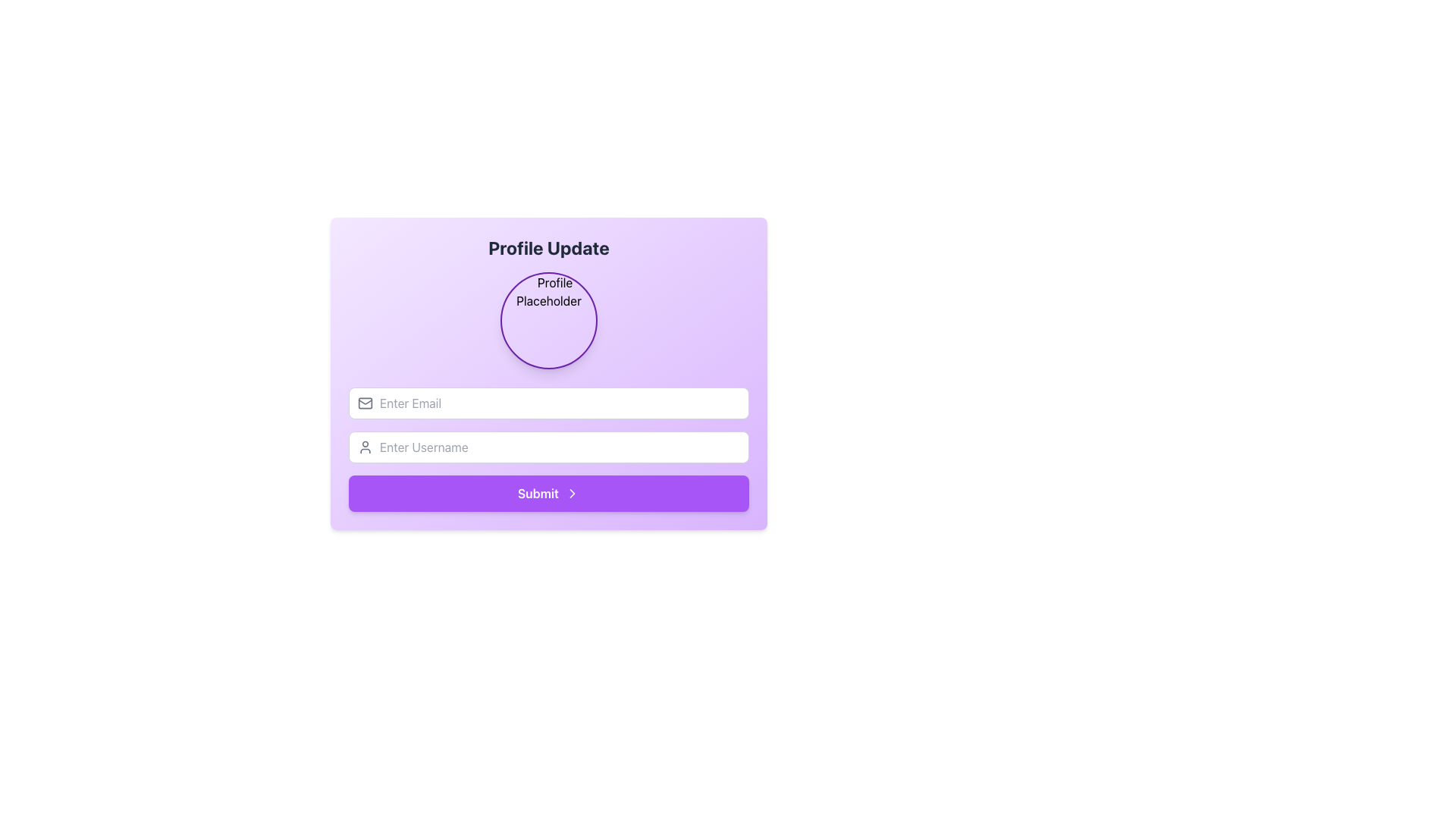 The image size is (1456, 819). What do you see at coordinates (571, 494) in the screenshot?
I see `the right-pointing chevron icon with a white stroke on a purple background, located on the right side of the Submit button` at bounding box center [571, 494].